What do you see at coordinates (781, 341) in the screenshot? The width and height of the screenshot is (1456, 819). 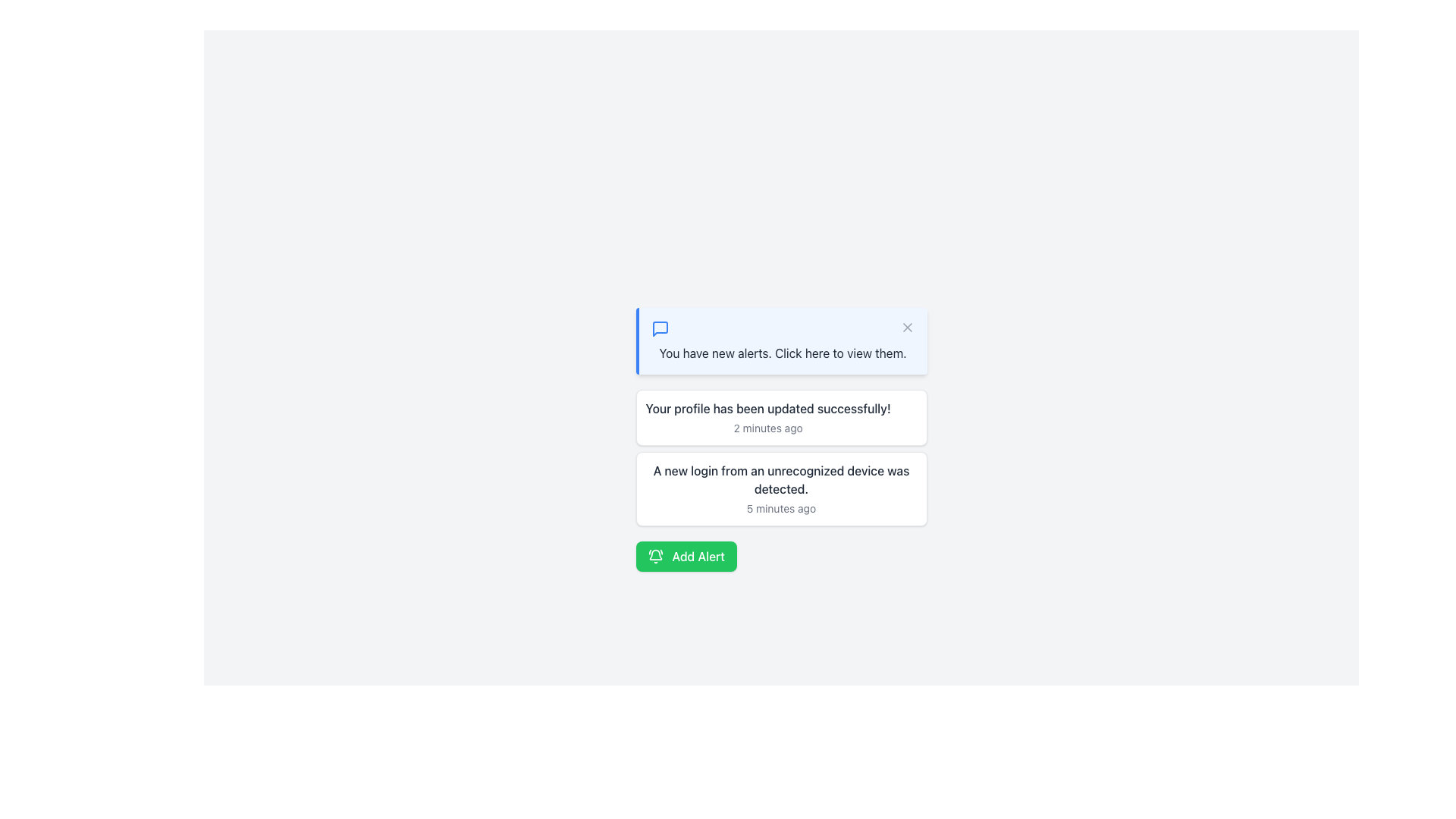 I see `the notification box with a light blue background that contains the message 'You have new alerts. Click here` at bounding box center [781, 341].